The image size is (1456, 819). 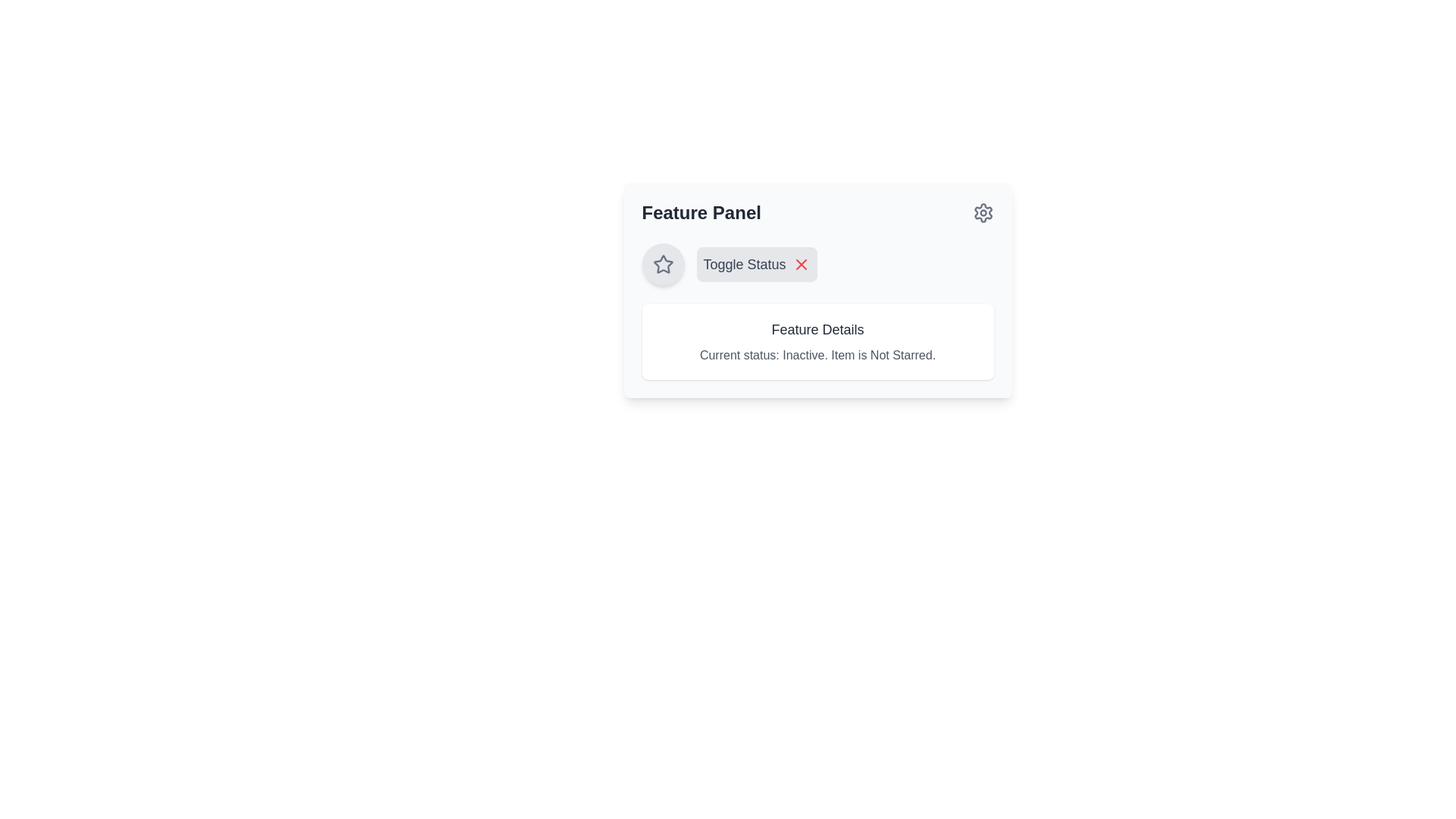 I want to click on the circular button with a gray background and gray star icon, so click(x=663, y=263).